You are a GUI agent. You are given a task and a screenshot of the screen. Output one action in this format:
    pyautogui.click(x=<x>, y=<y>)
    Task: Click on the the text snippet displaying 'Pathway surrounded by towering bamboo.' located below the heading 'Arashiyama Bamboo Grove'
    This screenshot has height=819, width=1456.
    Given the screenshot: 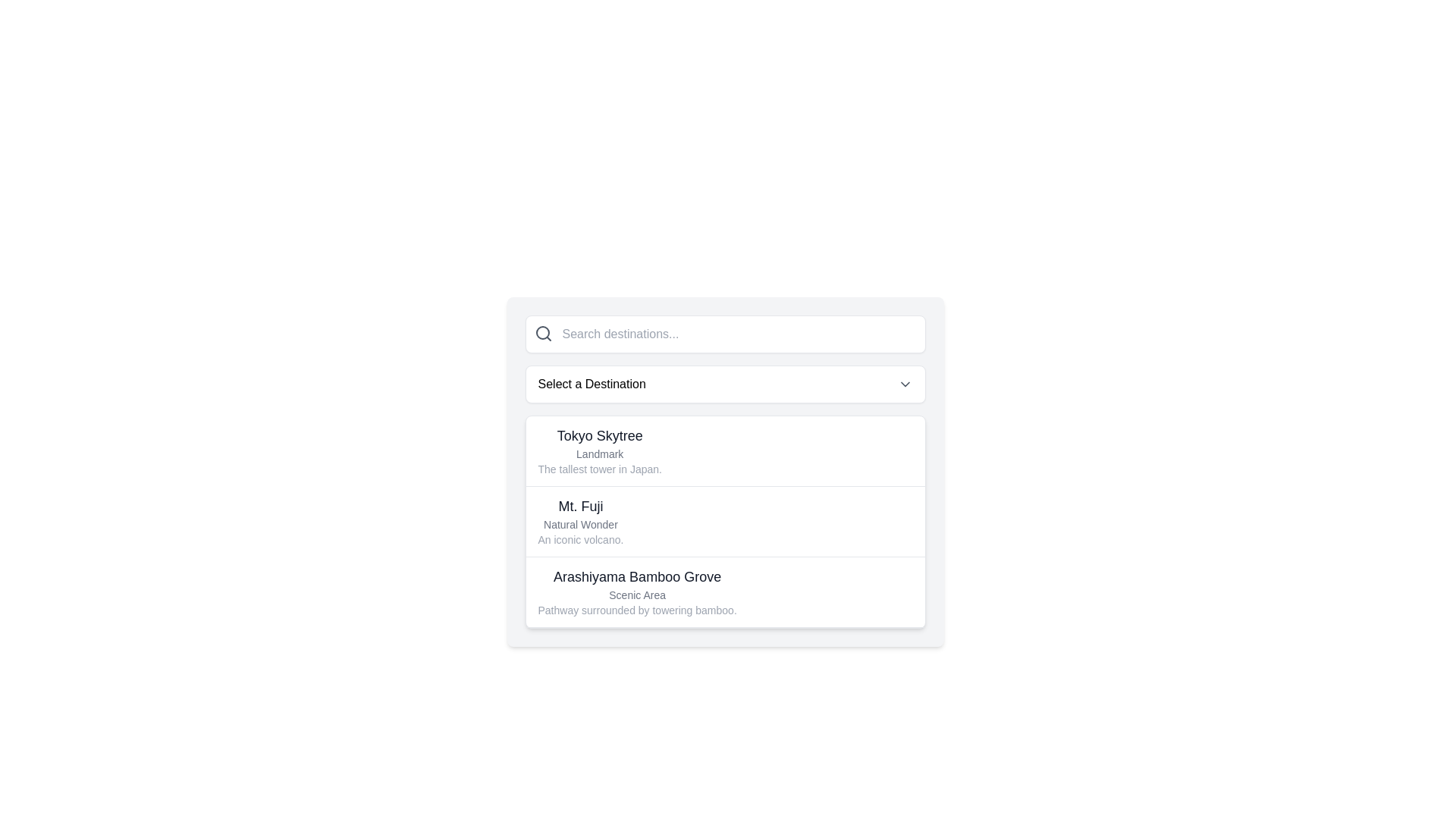 What is the action you would take?
    pyautogui.click(x=637, y=610)
    